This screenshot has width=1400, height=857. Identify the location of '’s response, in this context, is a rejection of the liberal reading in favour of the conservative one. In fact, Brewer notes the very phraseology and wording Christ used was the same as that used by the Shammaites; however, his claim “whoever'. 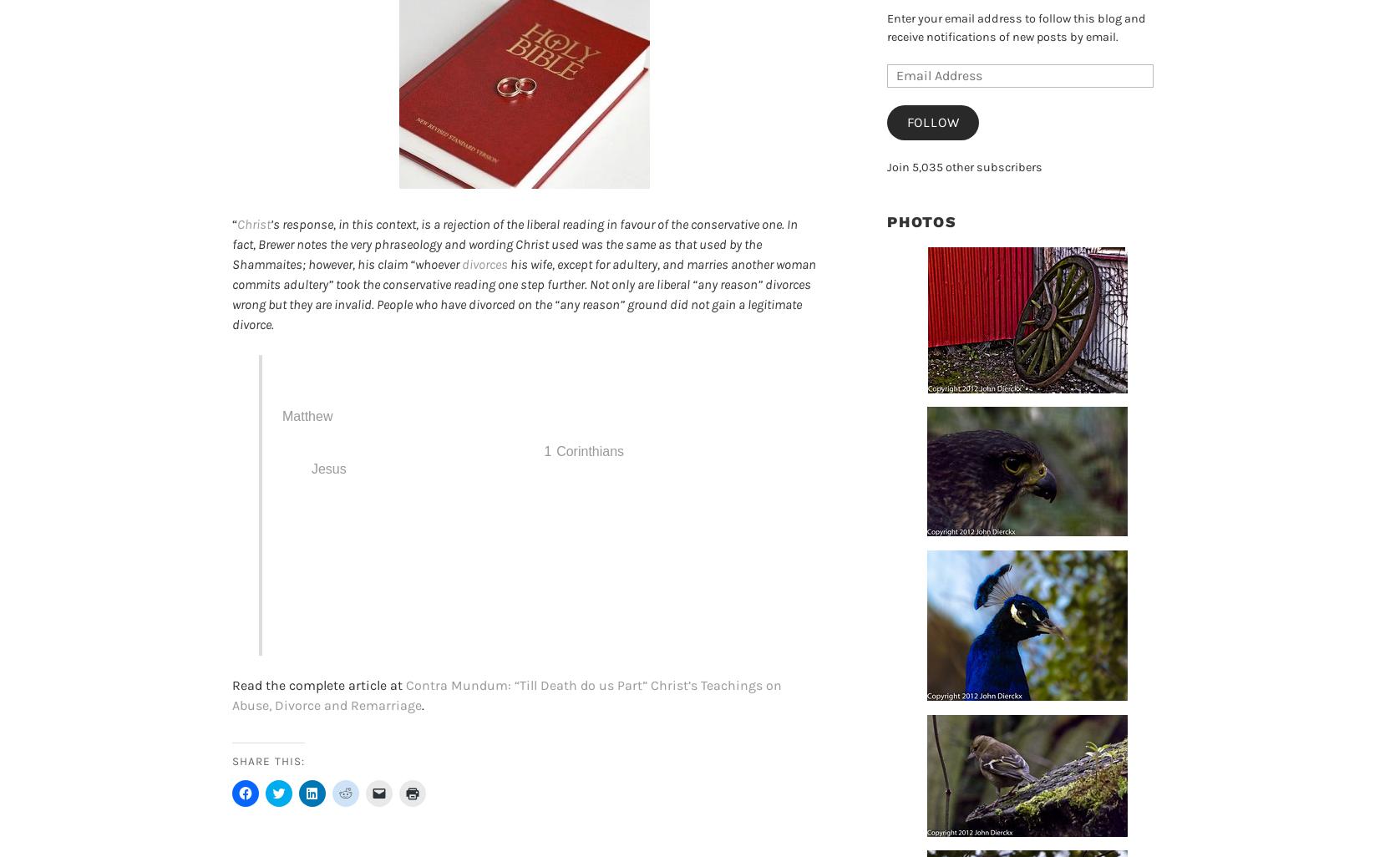
(515, 243).